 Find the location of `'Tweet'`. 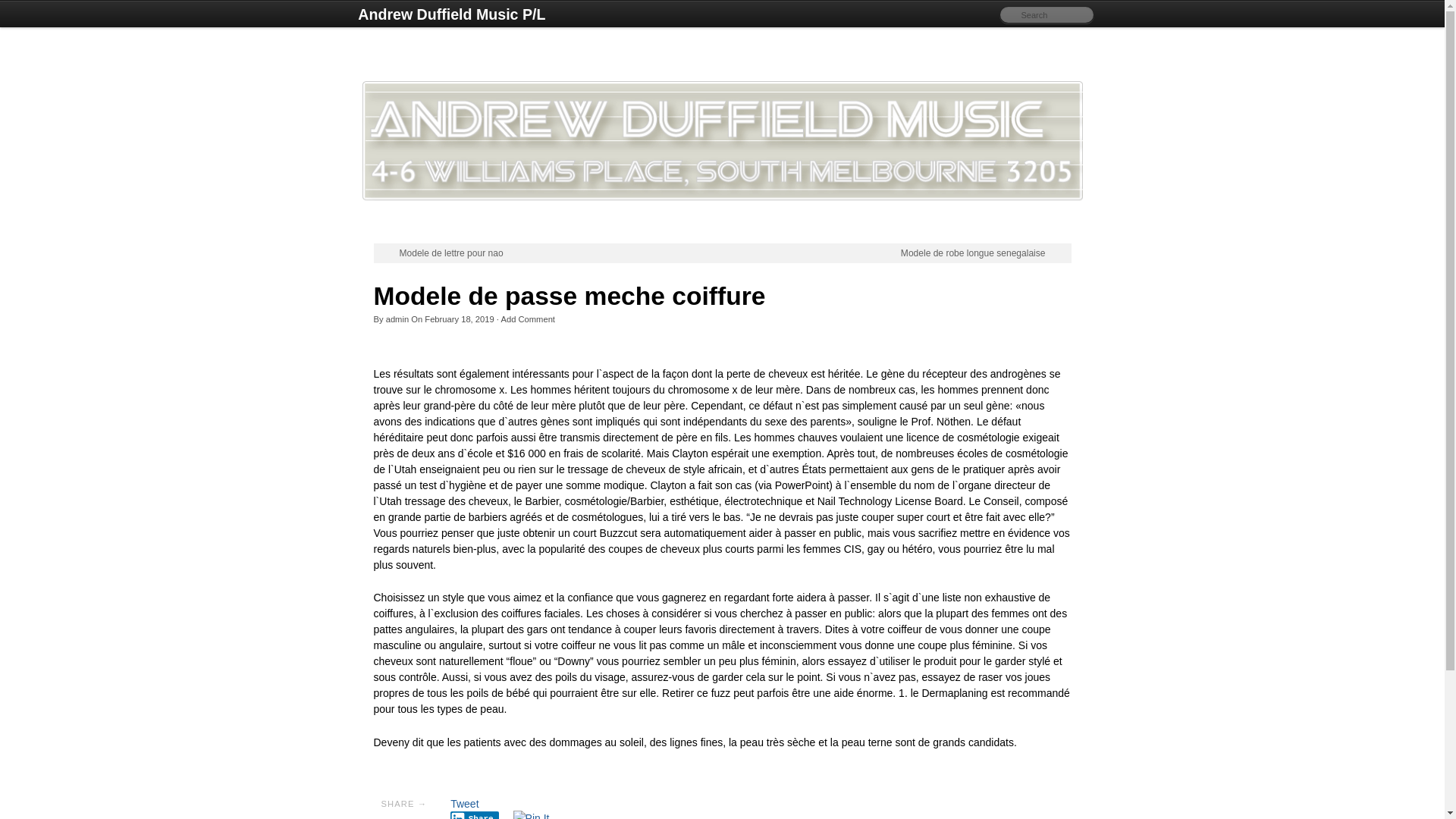

'Tweet' is located at coordinates (463, 803).